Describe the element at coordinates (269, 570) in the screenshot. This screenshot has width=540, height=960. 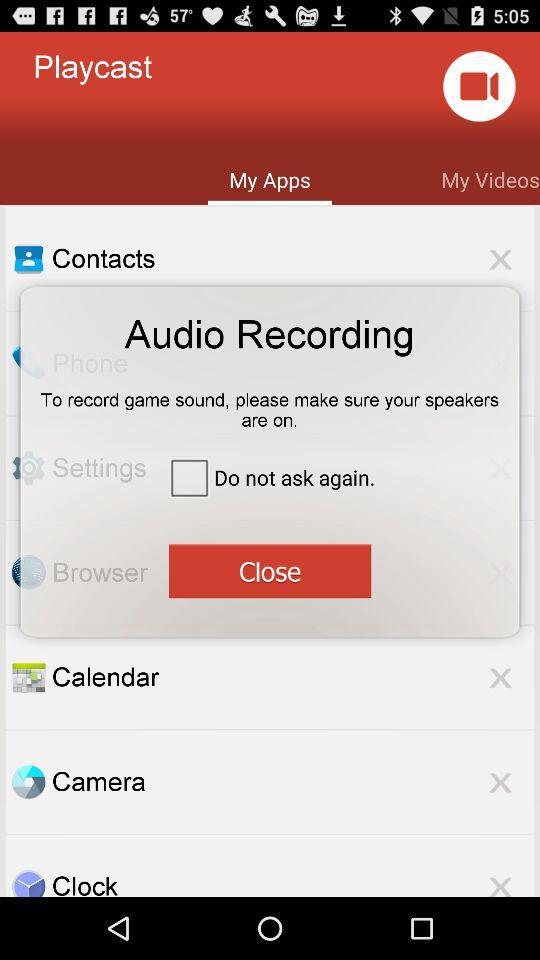
I see `the item below do not ask icon` at that location.